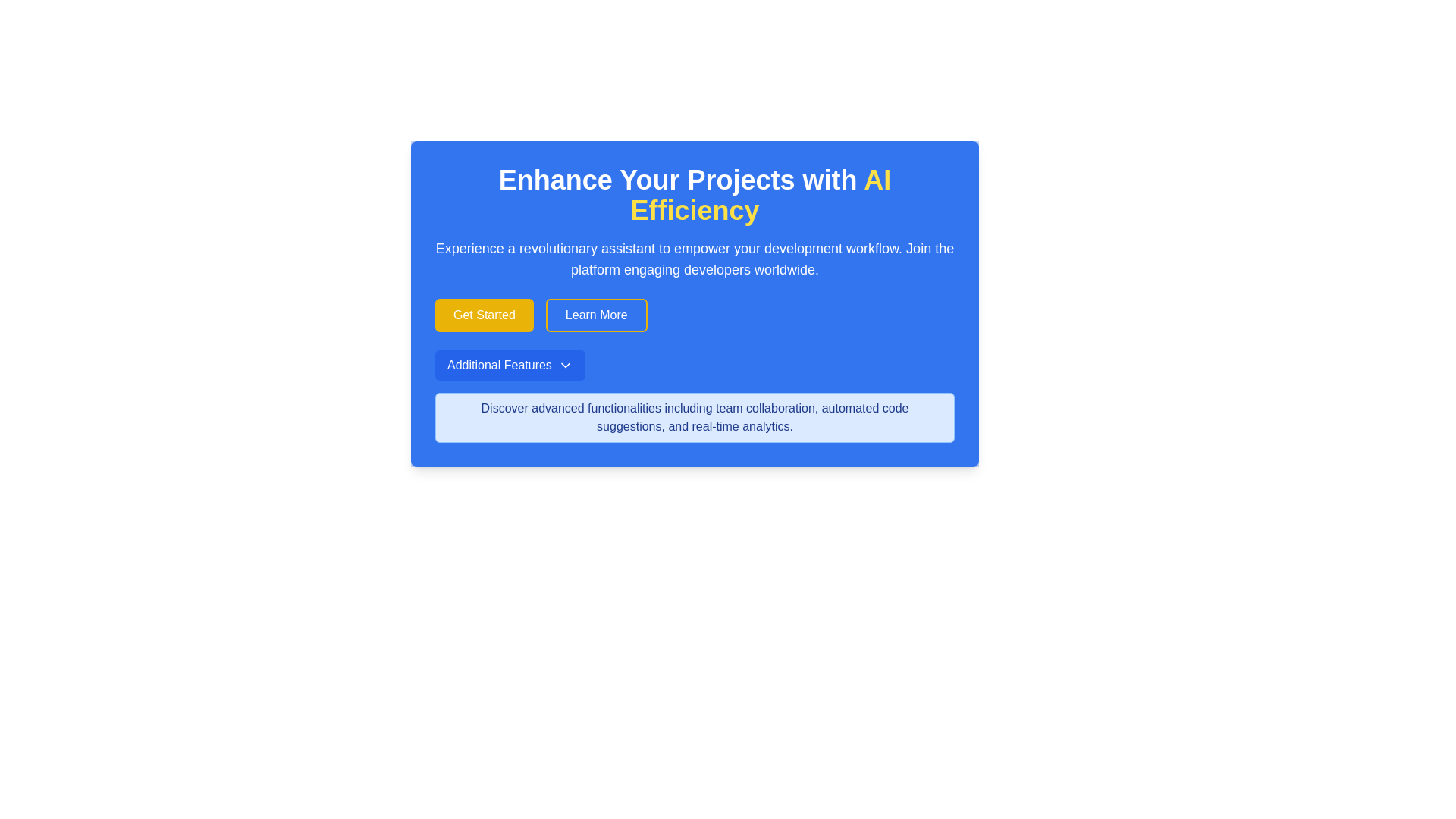  What do you see at coordinates (761, 194) in the screenshot?
I see `the static text element 'AI Efficiency' which is part of a prominent heading and is located at the rightmost boundary of the phrase 'Enhance Your Projects with AI Efficiency'` at bounding box center [761, 194].